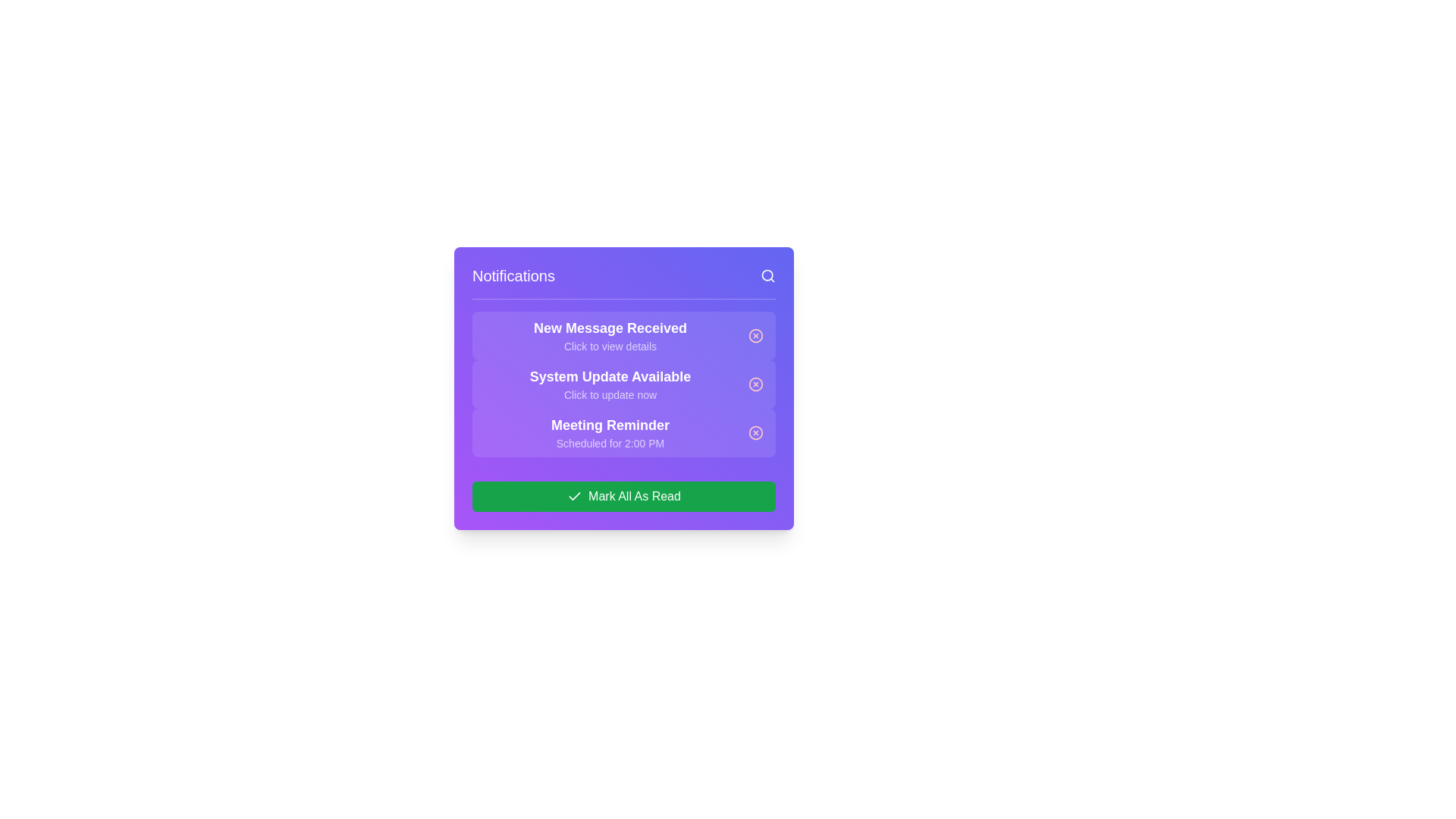 The image size is (1456, 819). Describe the element at coordinates (756, 335) in the screenshot. I see `the graphical circle within the icon that signifies closing or dismissing the notification, located at the far-right side of the 'New Message Received' notification item` at that location.